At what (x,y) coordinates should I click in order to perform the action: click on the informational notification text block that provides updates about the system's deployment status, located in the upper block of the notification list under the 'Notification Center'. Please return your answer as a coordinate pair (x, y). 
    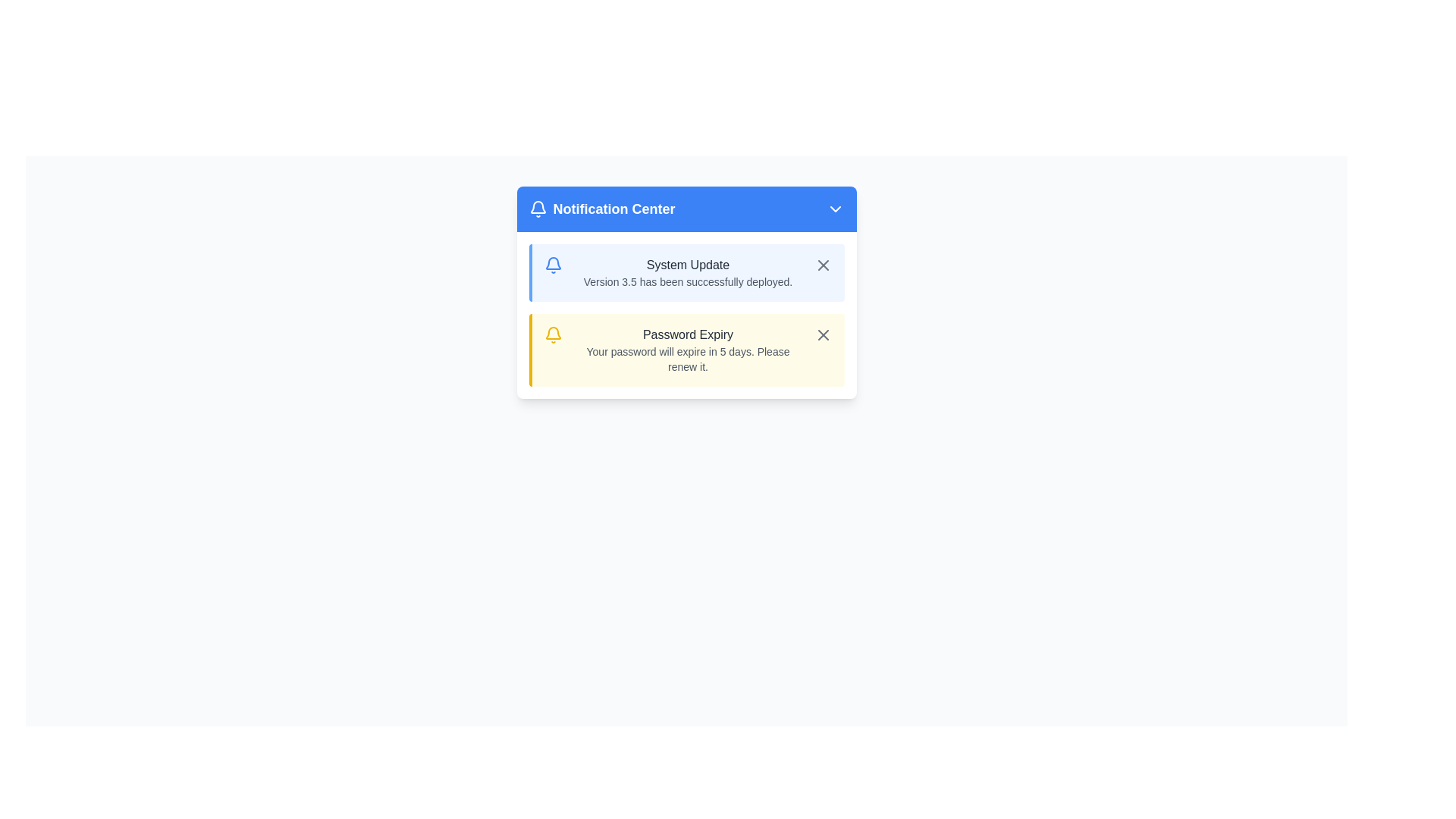
    Looking at the image, I should click on (687, 271).